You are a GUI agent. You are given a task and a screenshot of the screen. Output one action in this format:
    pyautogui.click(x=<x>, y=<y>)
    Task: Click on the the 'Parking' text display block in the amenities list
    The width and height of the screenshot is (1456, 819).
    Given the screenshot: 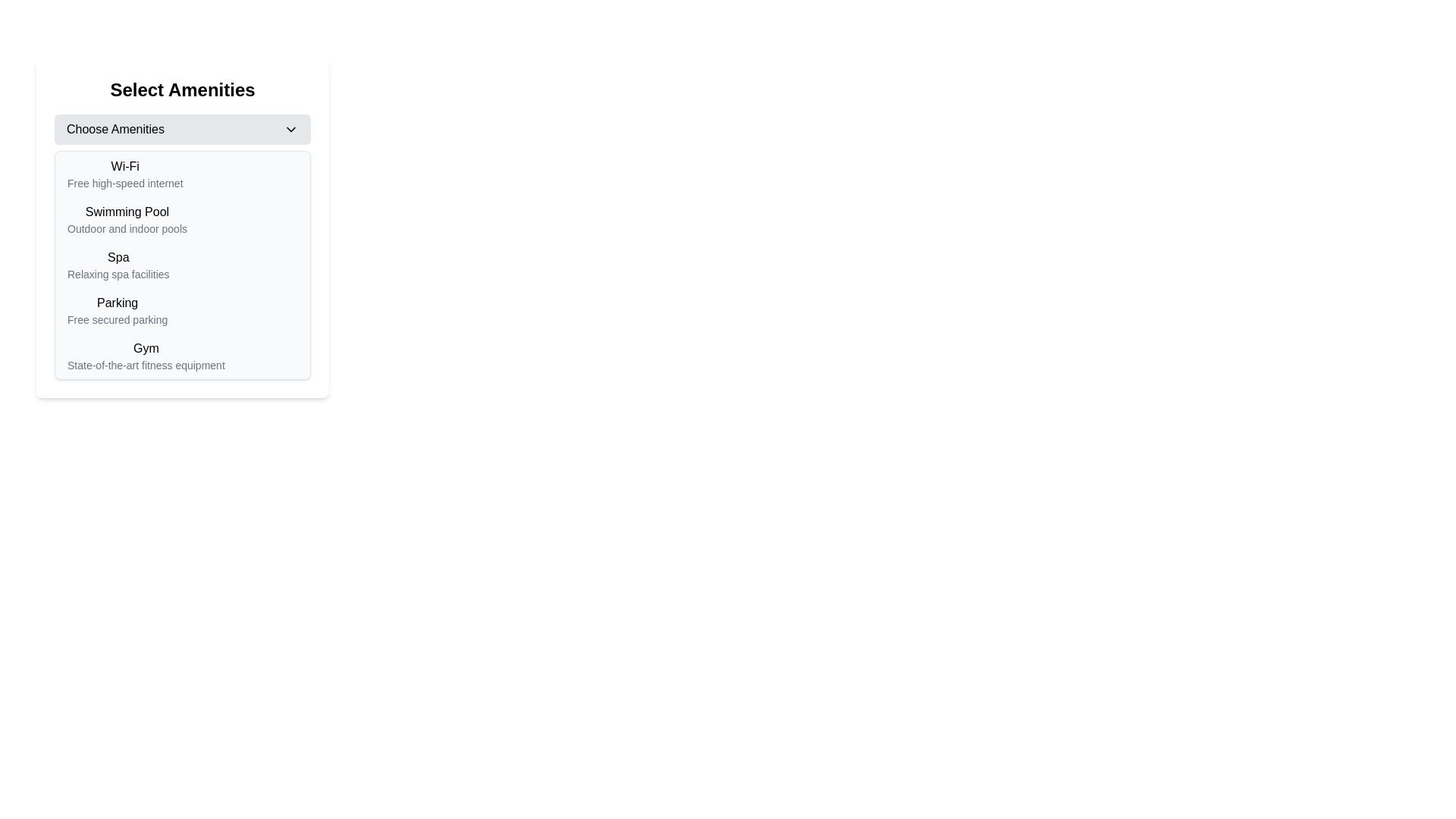 What is the action you would take?
    pyautogui.click(x=117, y=309)
    